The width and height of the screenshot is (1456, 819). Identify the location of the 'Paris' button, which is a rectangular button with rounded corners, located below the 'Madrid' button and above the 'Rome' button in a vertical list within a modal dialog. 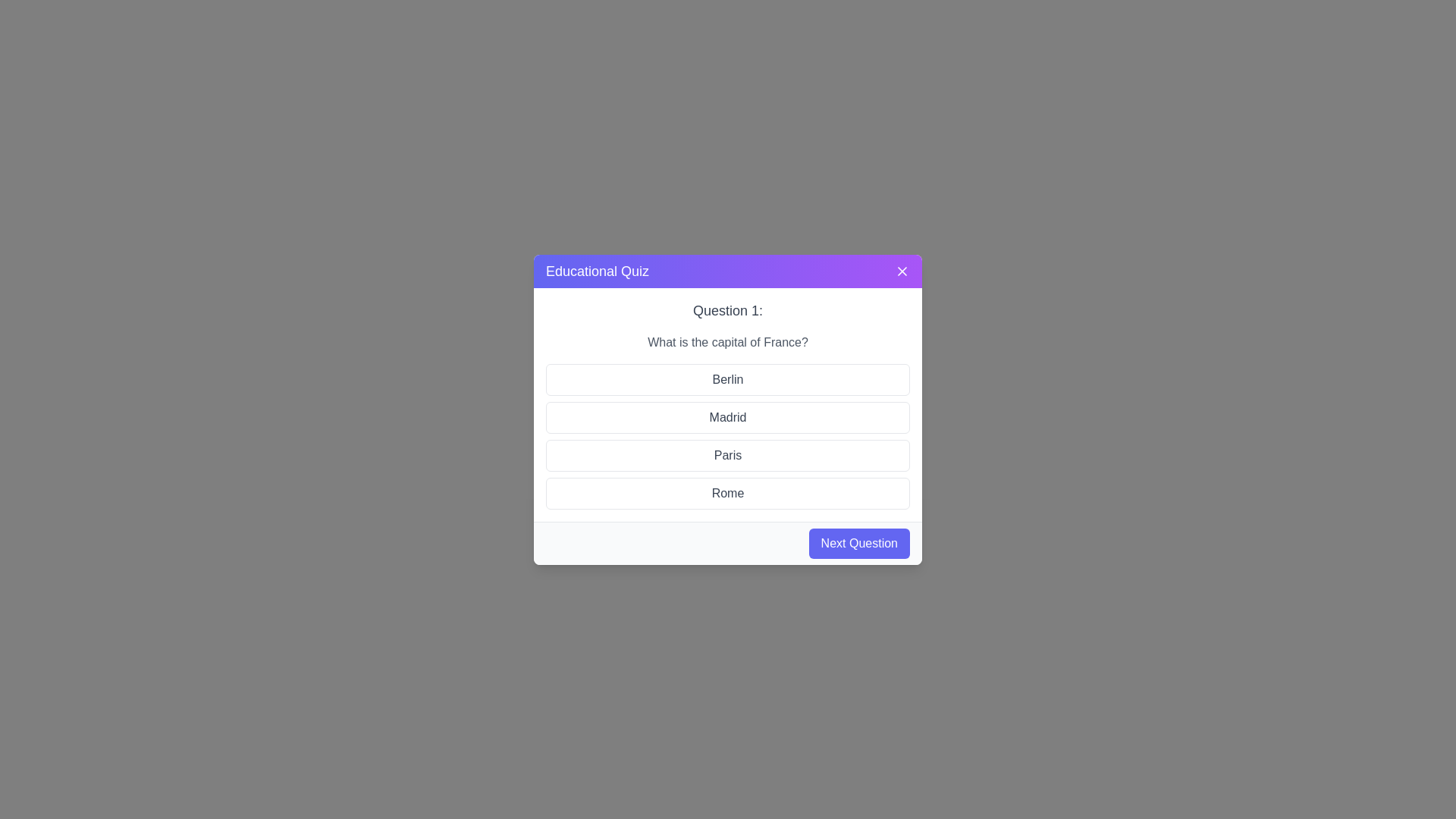
(728, 454).